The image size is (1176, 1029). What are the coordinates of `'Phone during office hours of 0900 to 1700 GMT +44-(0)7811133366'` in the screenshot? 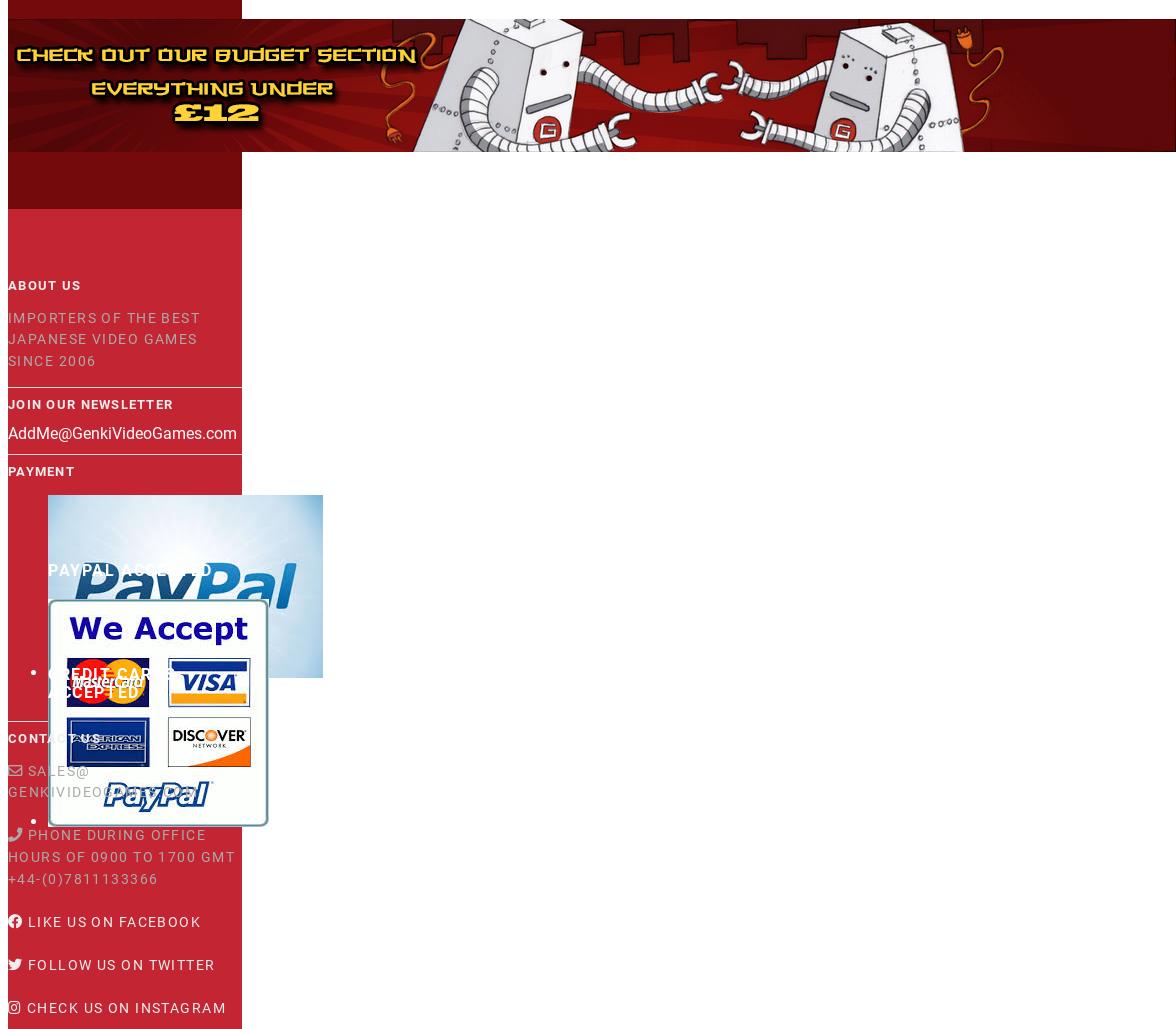 It's located at (121, 855).